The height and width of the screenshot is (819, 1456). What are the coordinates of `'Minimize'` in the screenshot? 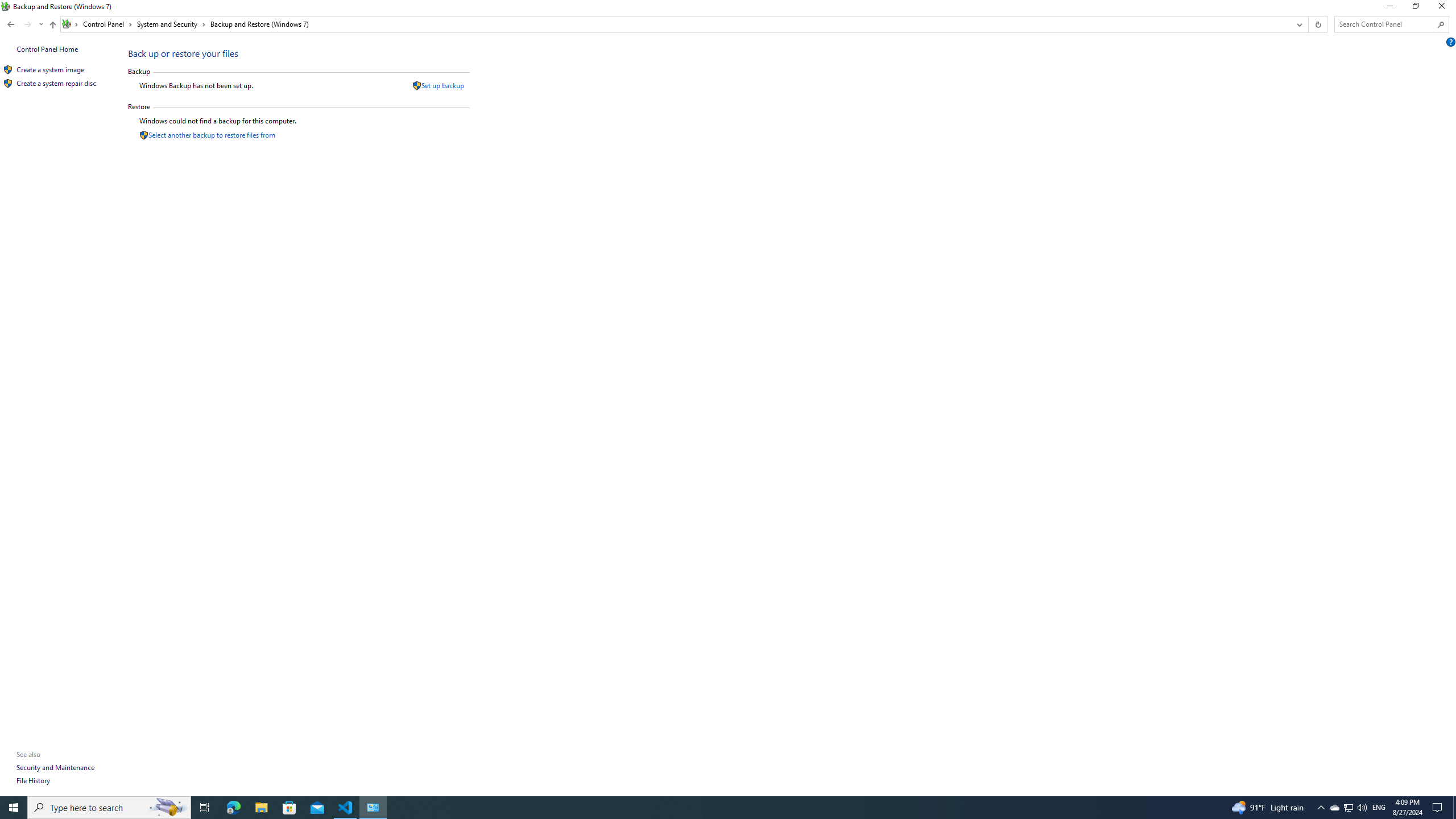 It's located at (1388, 9).